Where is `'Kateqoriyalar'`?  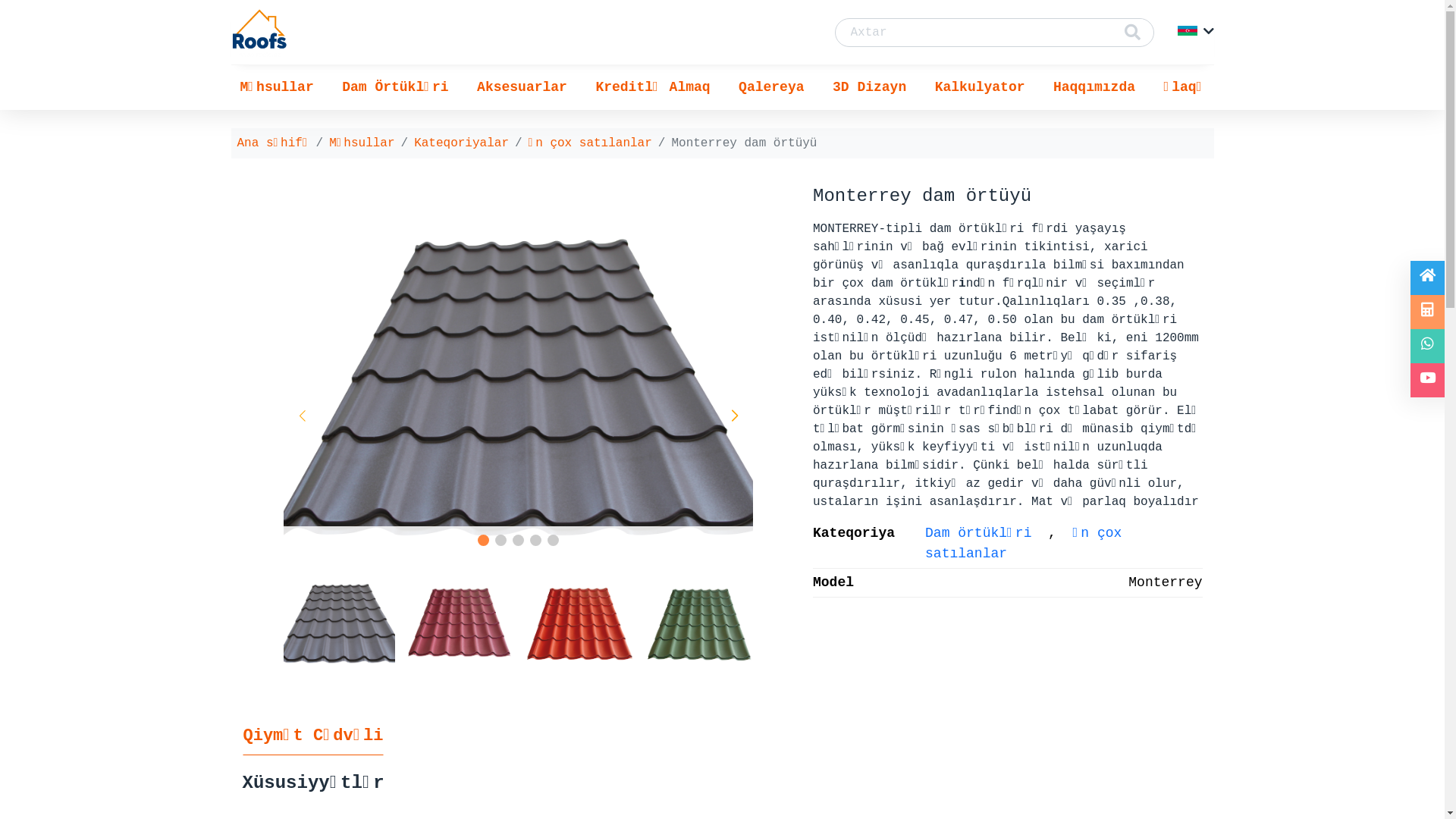 'Kateqoriyalar' is located at coordinates (460, 143).